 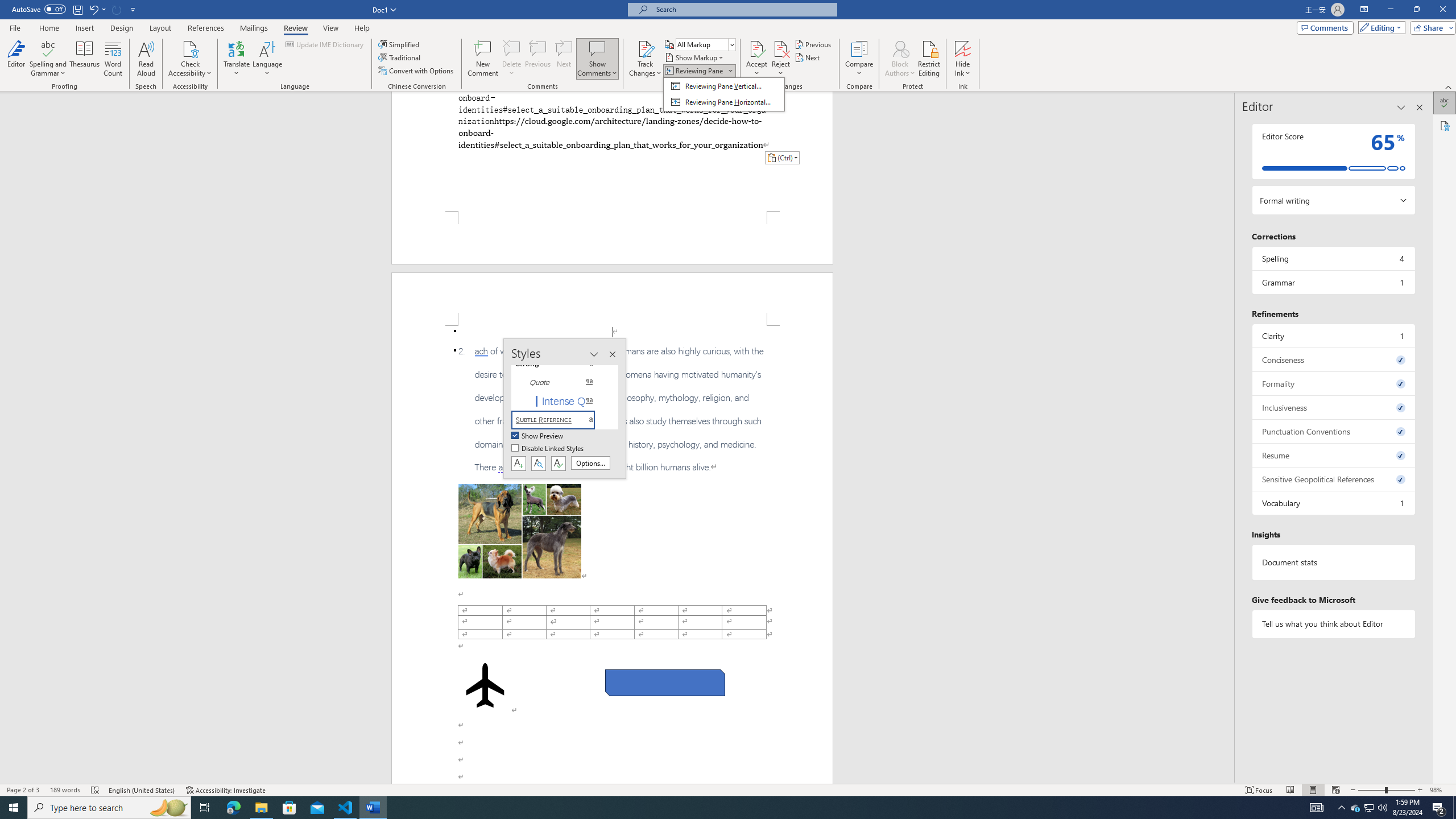 I want to click on 'Show Comments', so click(x=597, y=59).